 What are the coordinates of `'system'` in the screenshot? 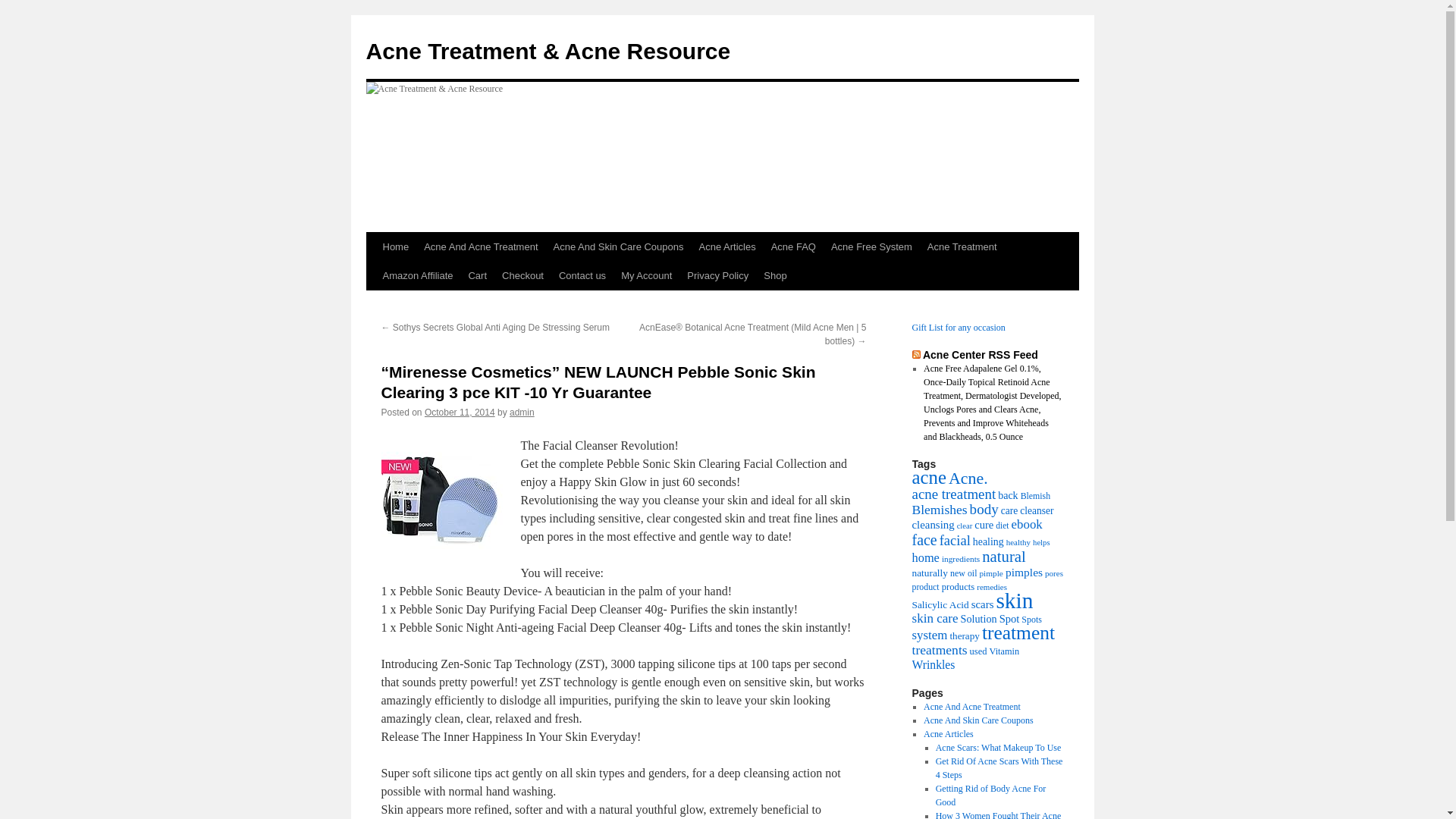 It's located at (928, 635).